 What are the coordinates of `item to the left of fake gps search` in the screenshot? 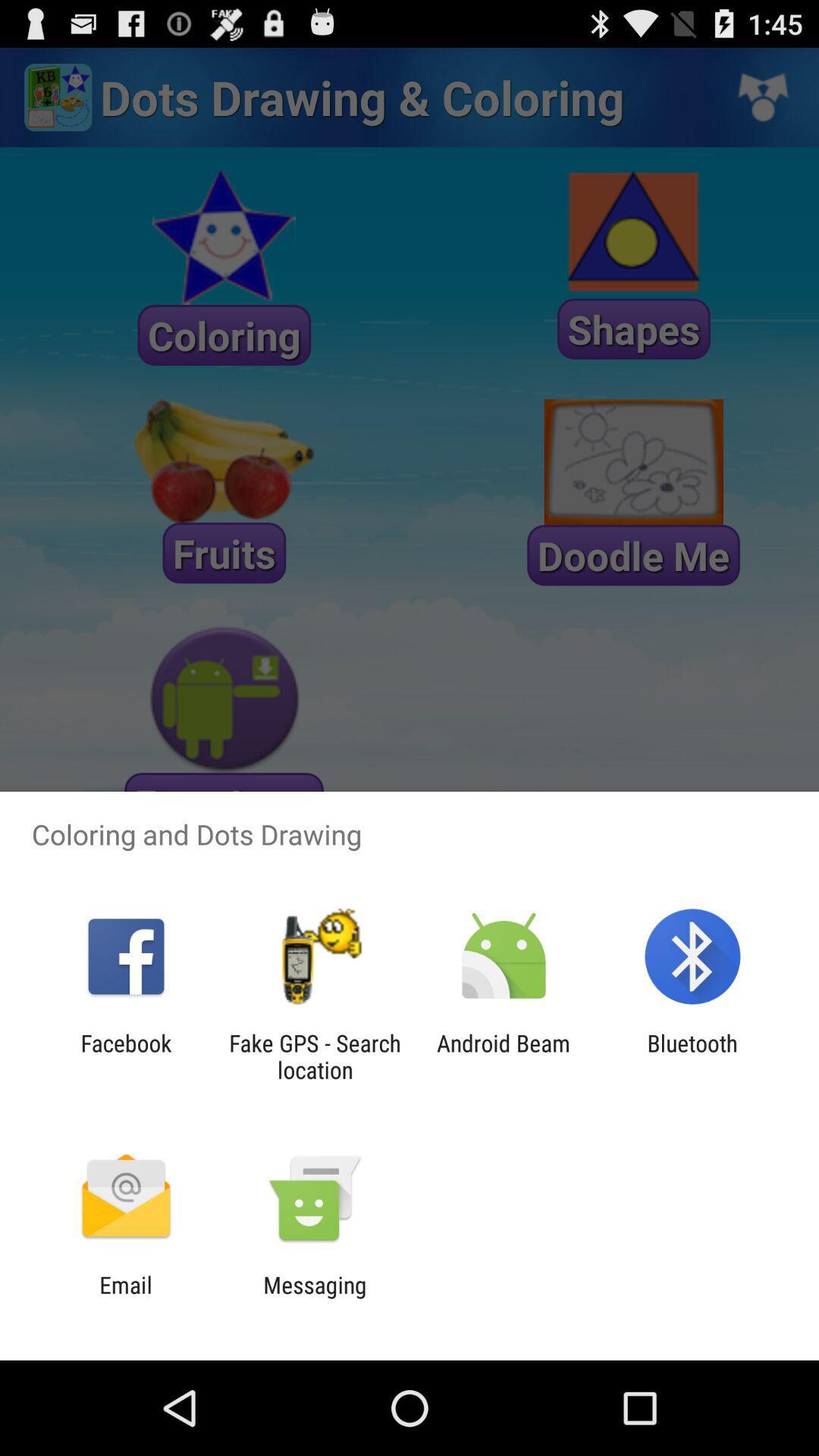 It's located at (125, 1056).